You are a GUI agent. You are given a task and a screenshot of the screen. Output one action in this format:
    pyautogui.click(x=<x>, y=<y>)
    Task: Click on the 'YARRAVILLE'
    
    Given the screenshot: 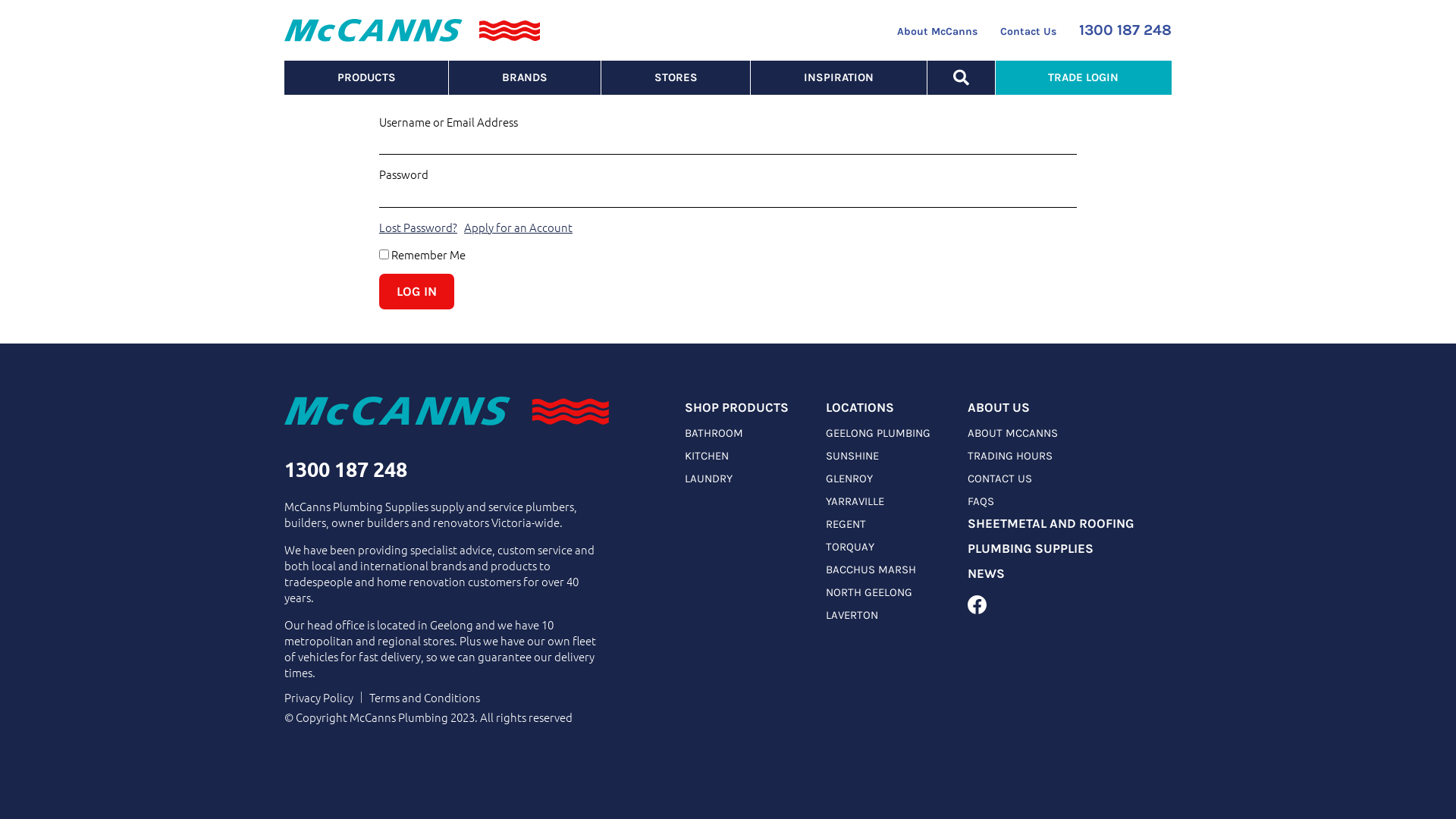 What is the action you would take?
    pyautogui.click(x=855, y=500)
    